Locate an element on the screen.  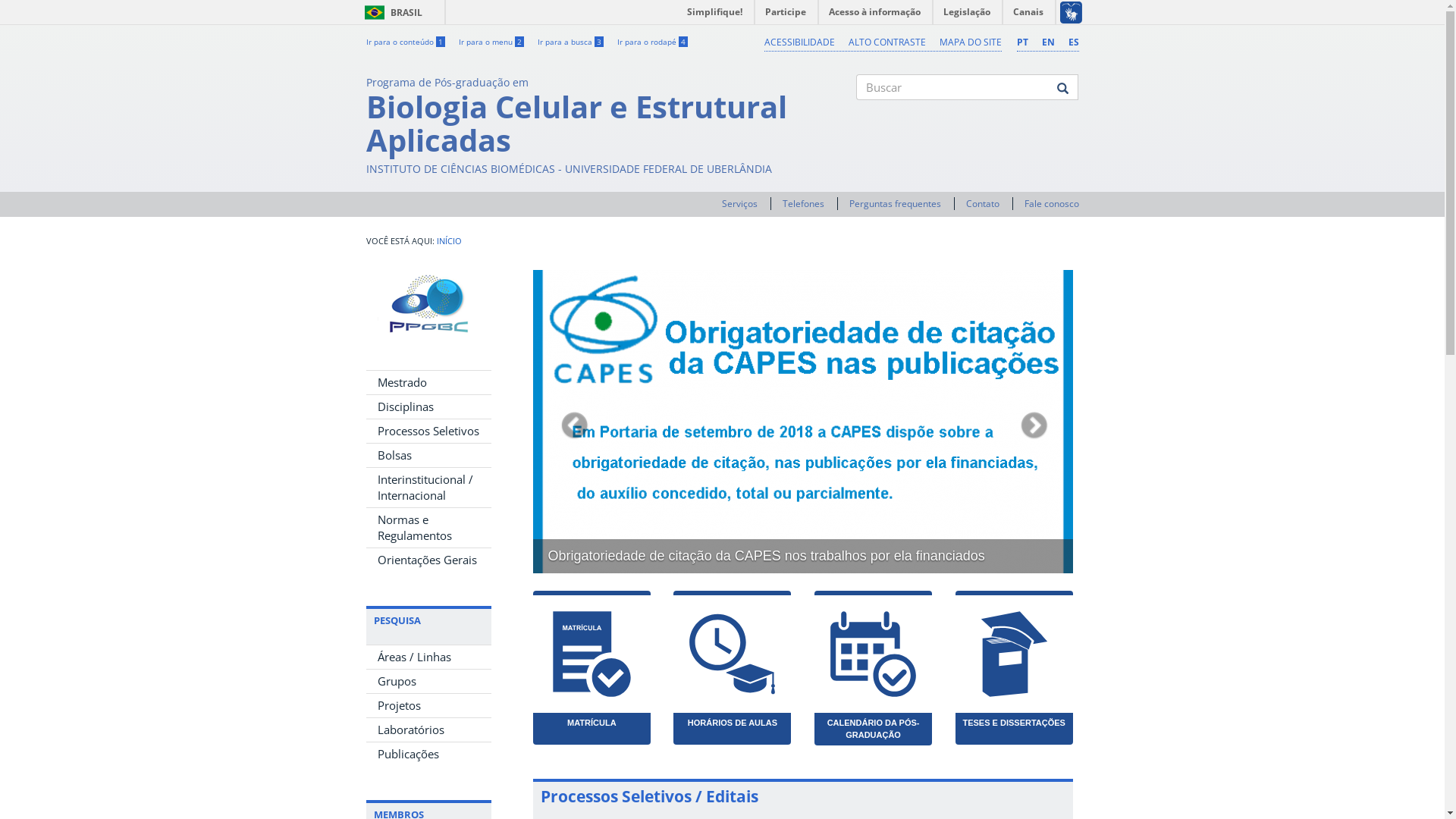
'Processos Seletivos' is located at coordinates (365, 431).